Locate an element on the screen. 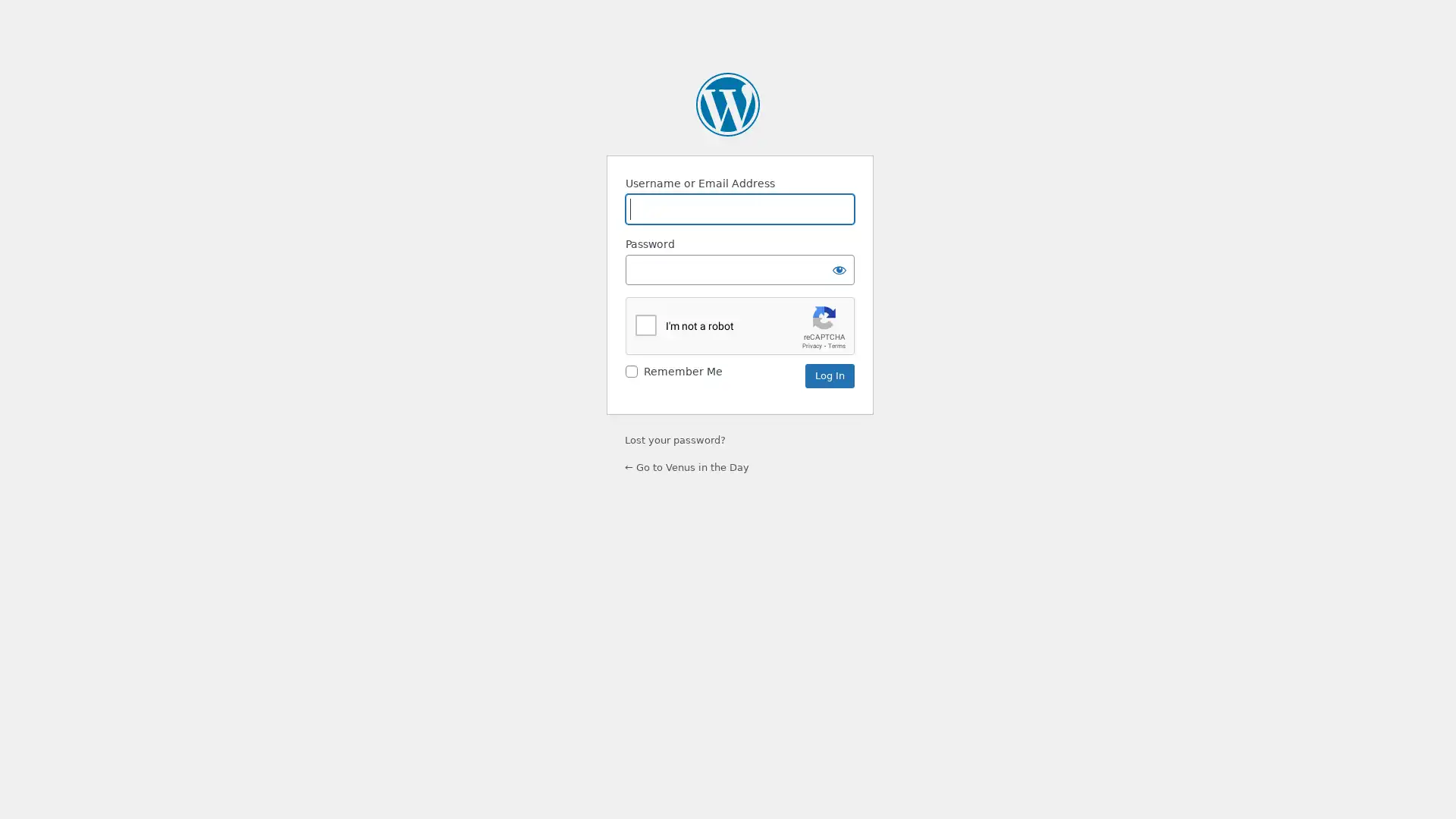 The width and height of the screenshot is (1456, 819). Show password is located at coordinates (839, 268).